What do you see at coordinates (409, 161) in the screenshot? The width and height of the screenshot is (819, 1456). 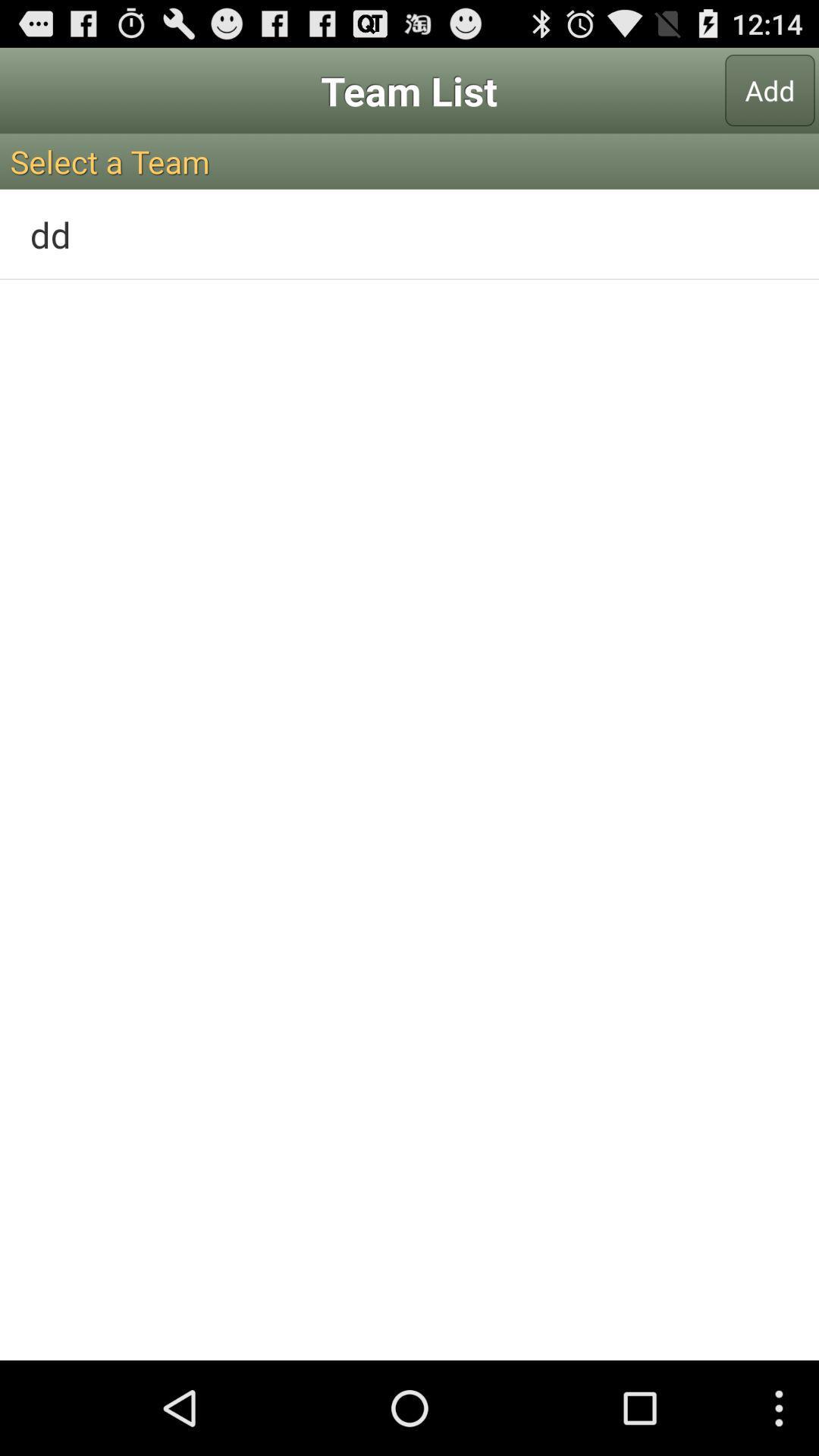 I see `the select a team icon` at bounding box center [409, 161].